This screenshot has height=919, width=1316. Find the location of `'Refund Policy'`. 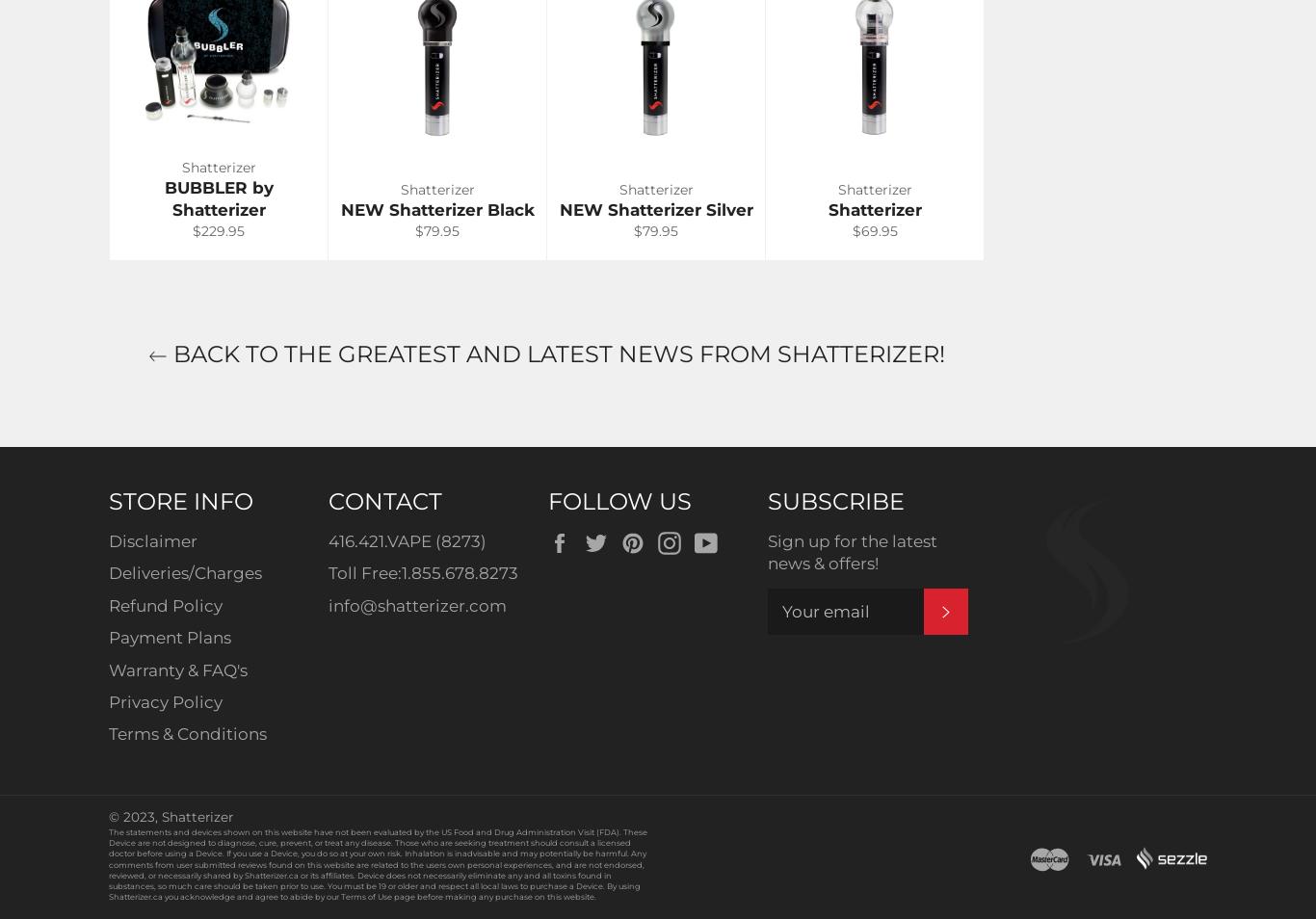

'Refund Policy' is located at coordinates (164, 604).